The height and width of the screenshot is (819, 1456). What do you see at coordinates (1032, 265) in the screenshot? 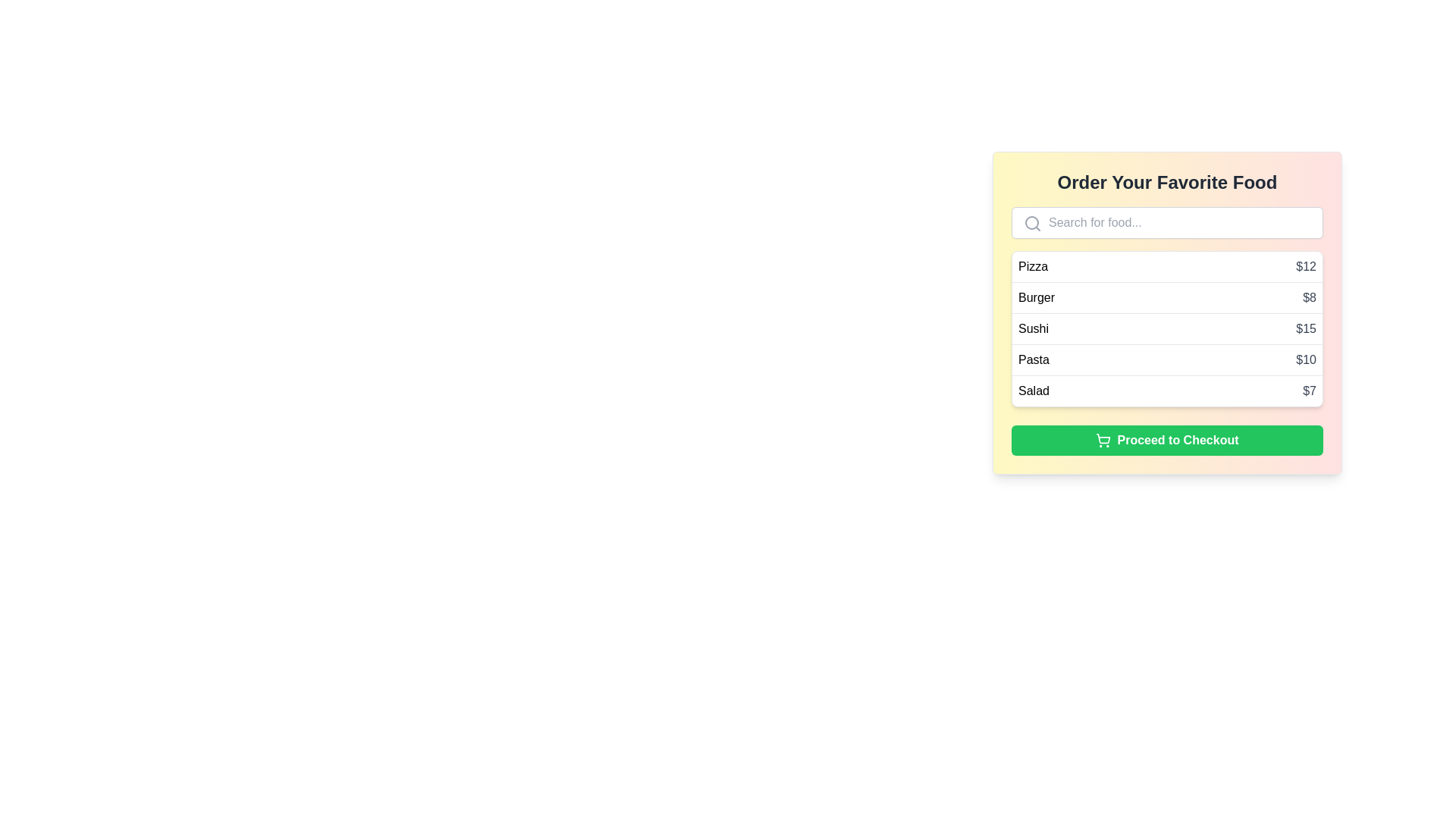
I see `the Text label displaying 'Pizza' in the menu interface` at bounding box center [1032, 265].